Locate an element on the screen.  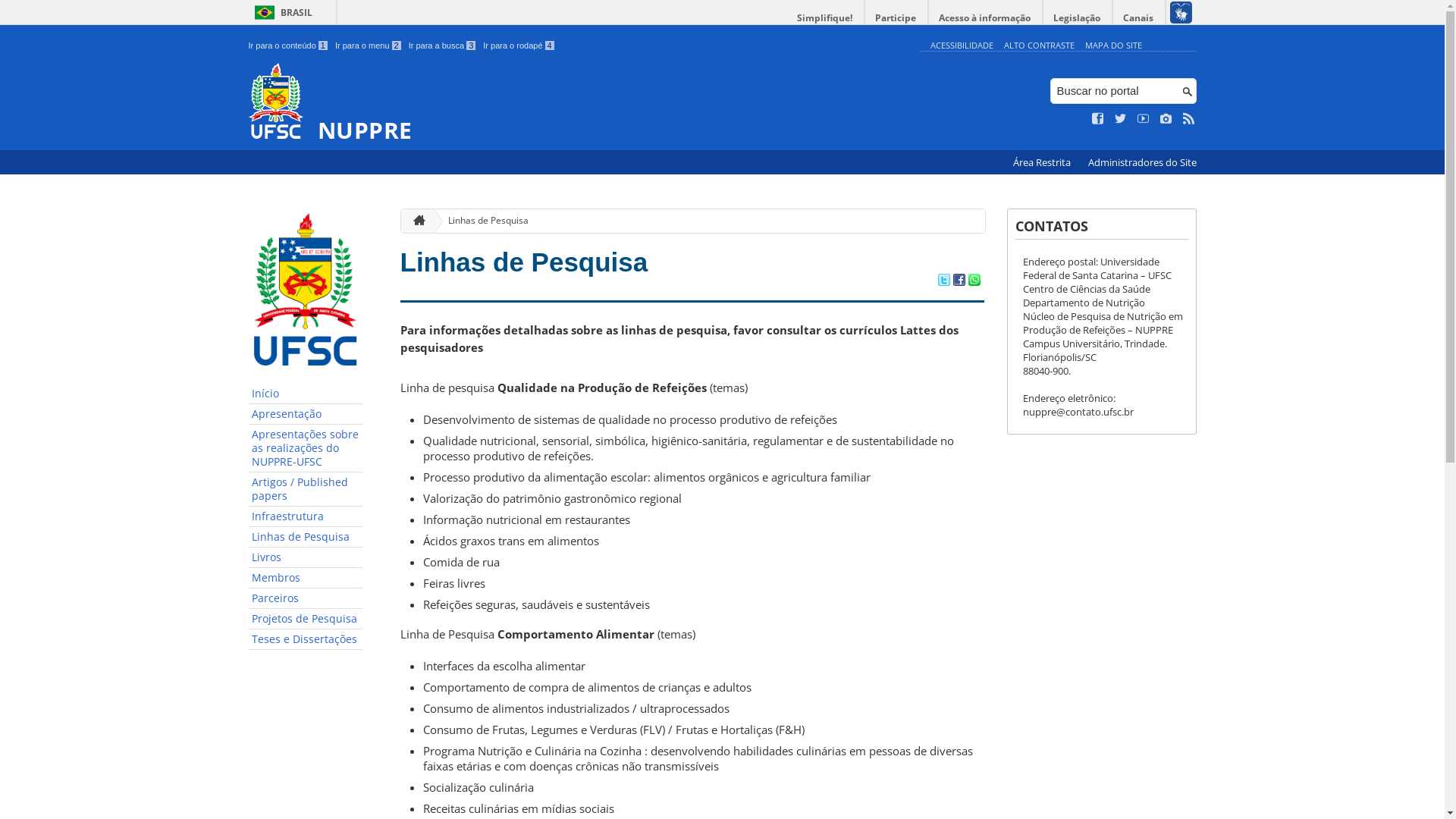
'Infraestrutura' is located at coordinates (305, 516).